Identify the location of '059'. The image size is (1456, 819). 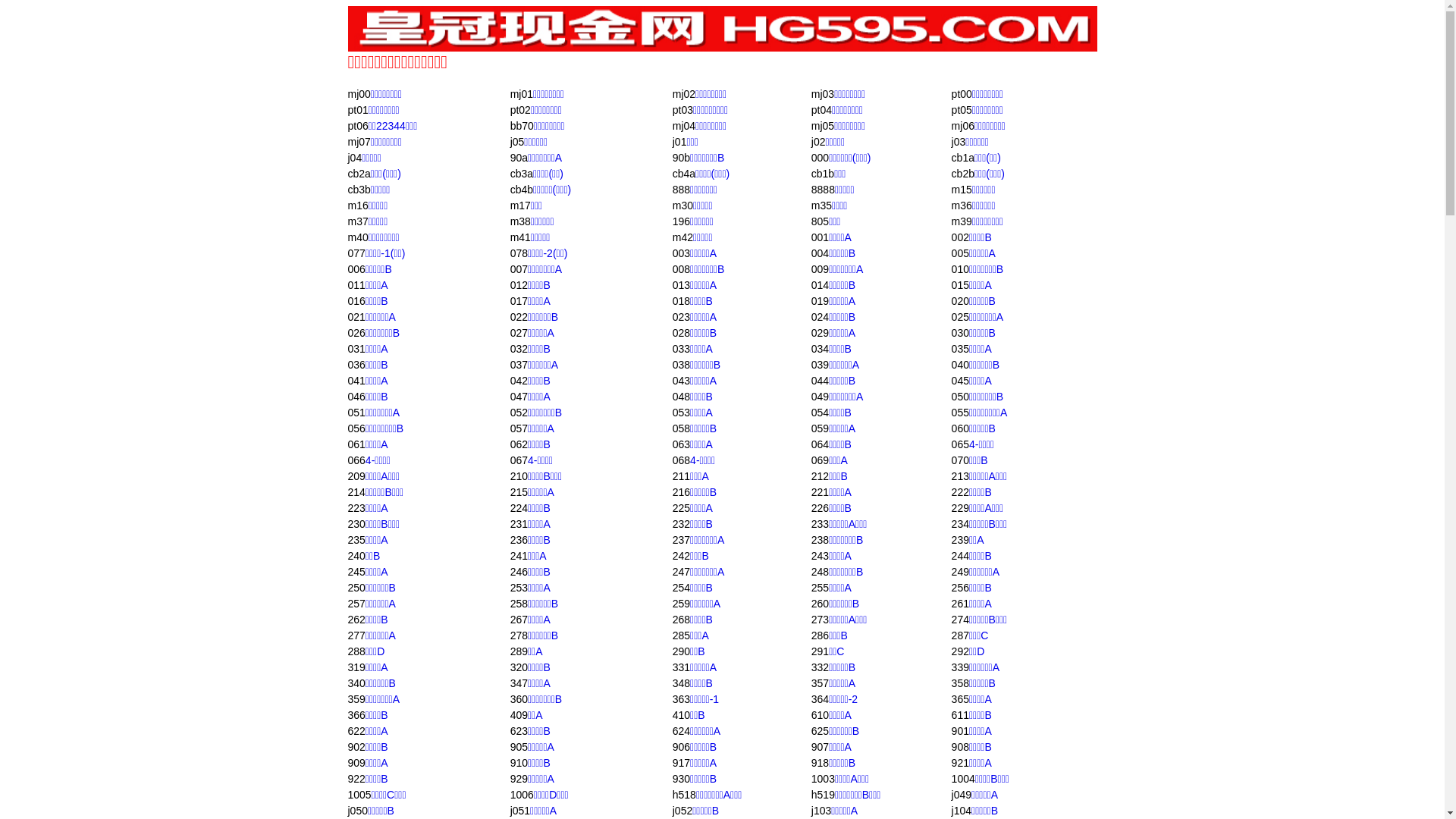
(819, 428).